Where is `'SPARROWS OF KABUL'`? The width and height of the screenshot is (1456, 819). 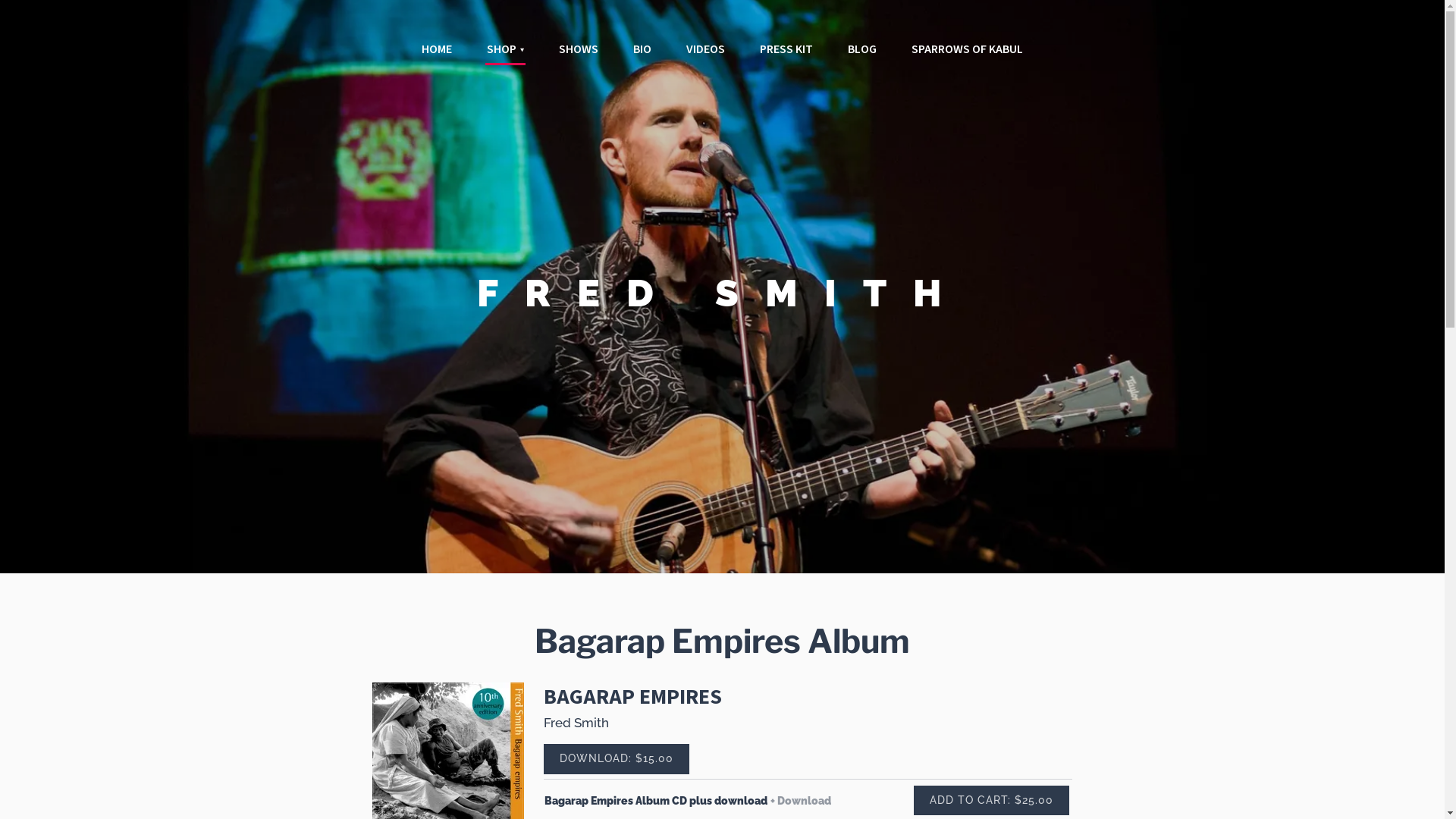 'SPARROWS OF KABUL' is located at coordinates (966, 49).